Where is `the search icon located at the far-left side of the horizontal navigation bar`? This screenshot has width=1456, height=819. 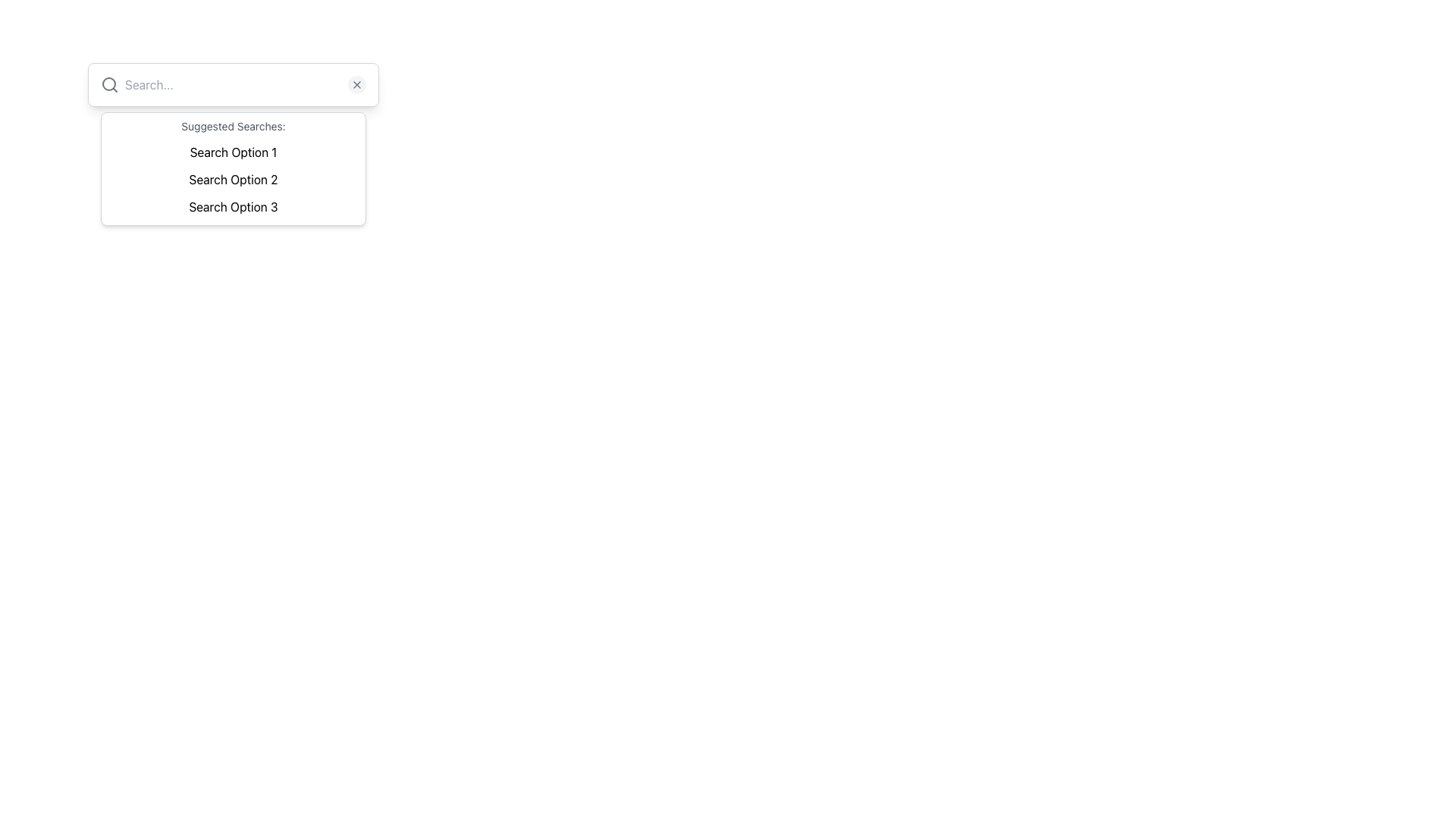
the search icon located at the far-left side of the horizontal navigation bar is located at coordinates (108, 84).